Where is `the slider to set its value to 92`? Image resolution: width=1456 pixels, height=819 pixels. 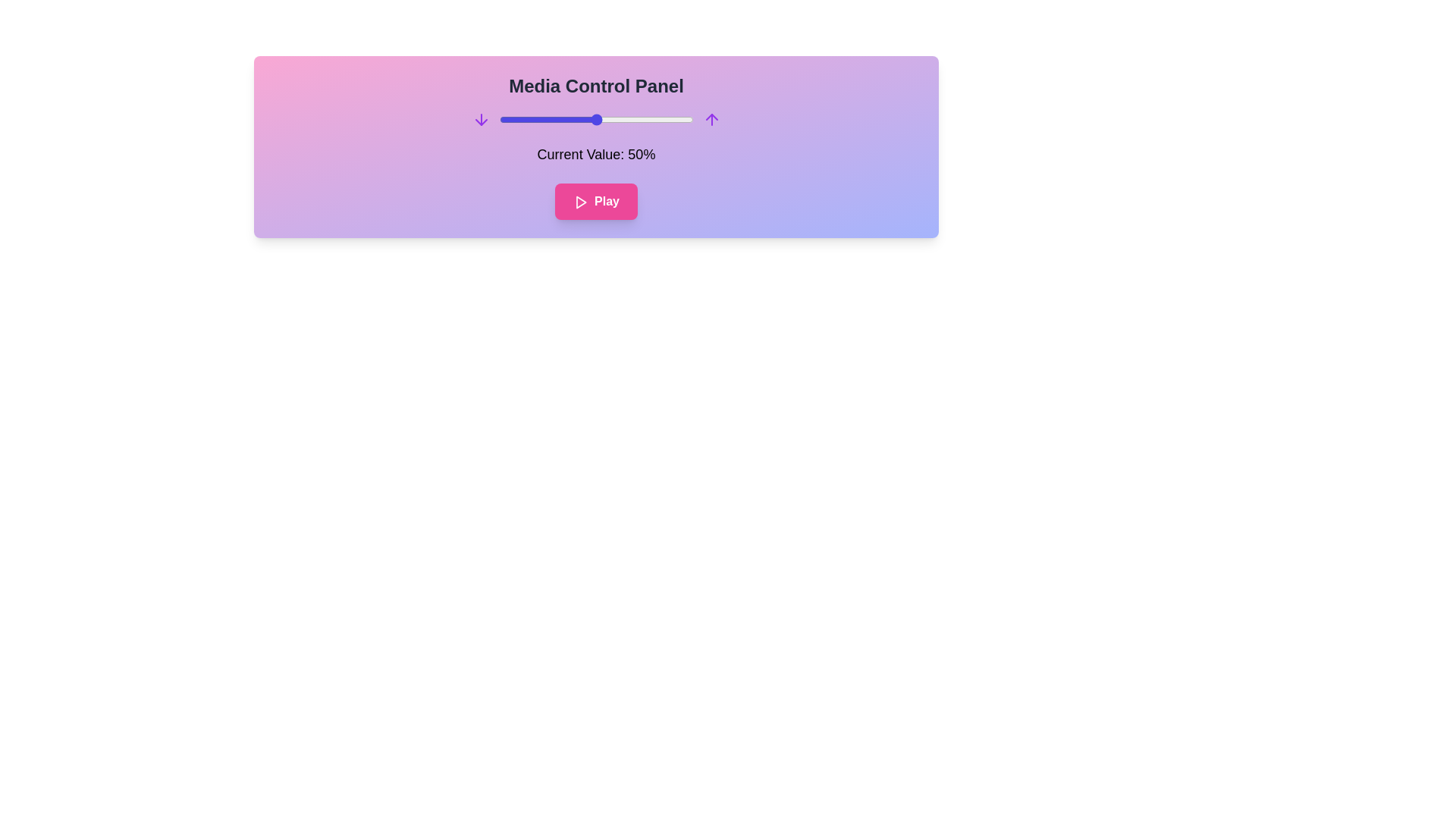 the slider to set its value to 92 is located at coordinates (676, 119).